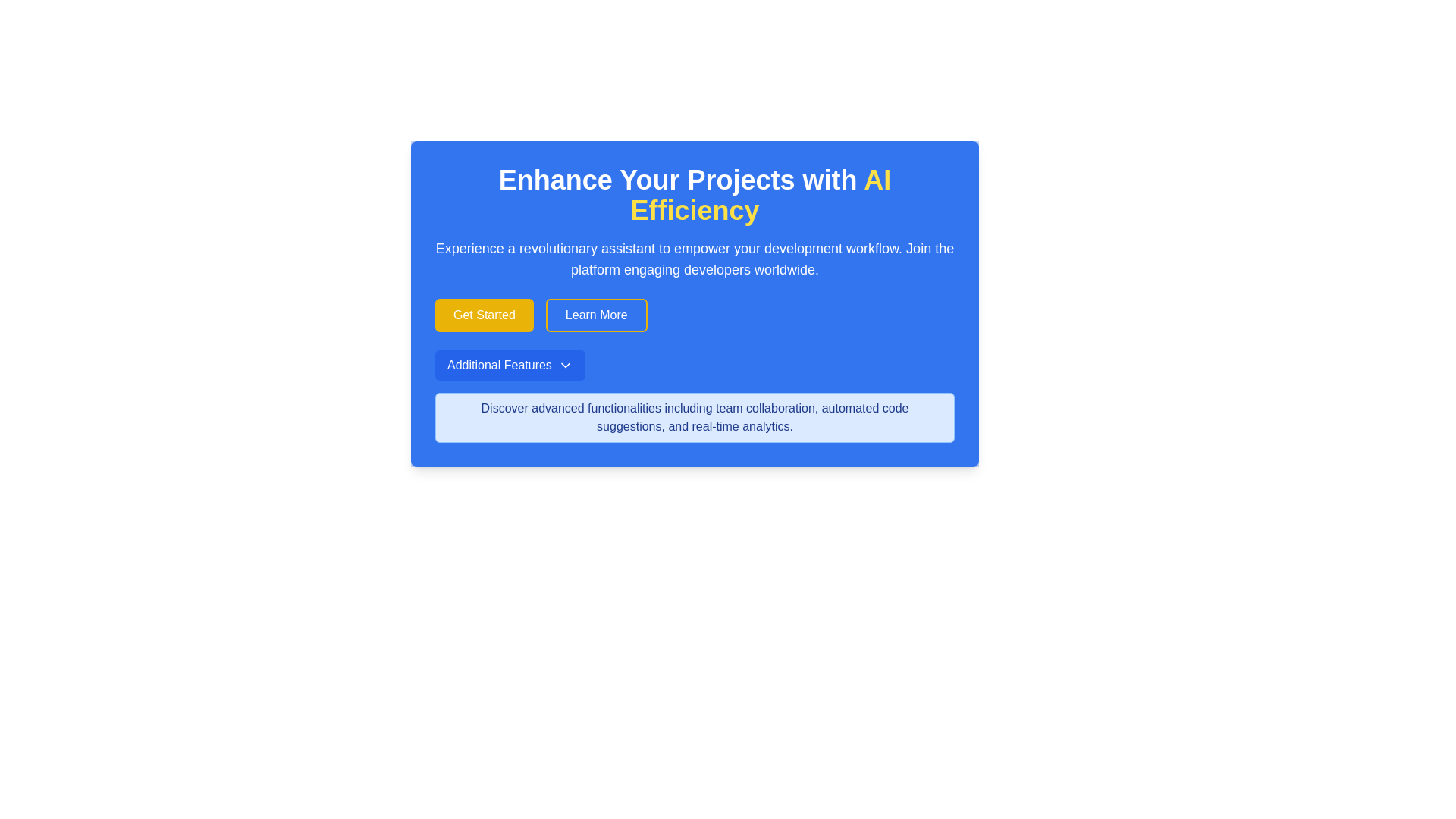 This screenshot has width=1456, height=819. Describe the element at coordinates (564, 366) in the screenshot. I see `the chevron icon located to the immediate right of the 'Additional Features' text within the blue button` at that location.